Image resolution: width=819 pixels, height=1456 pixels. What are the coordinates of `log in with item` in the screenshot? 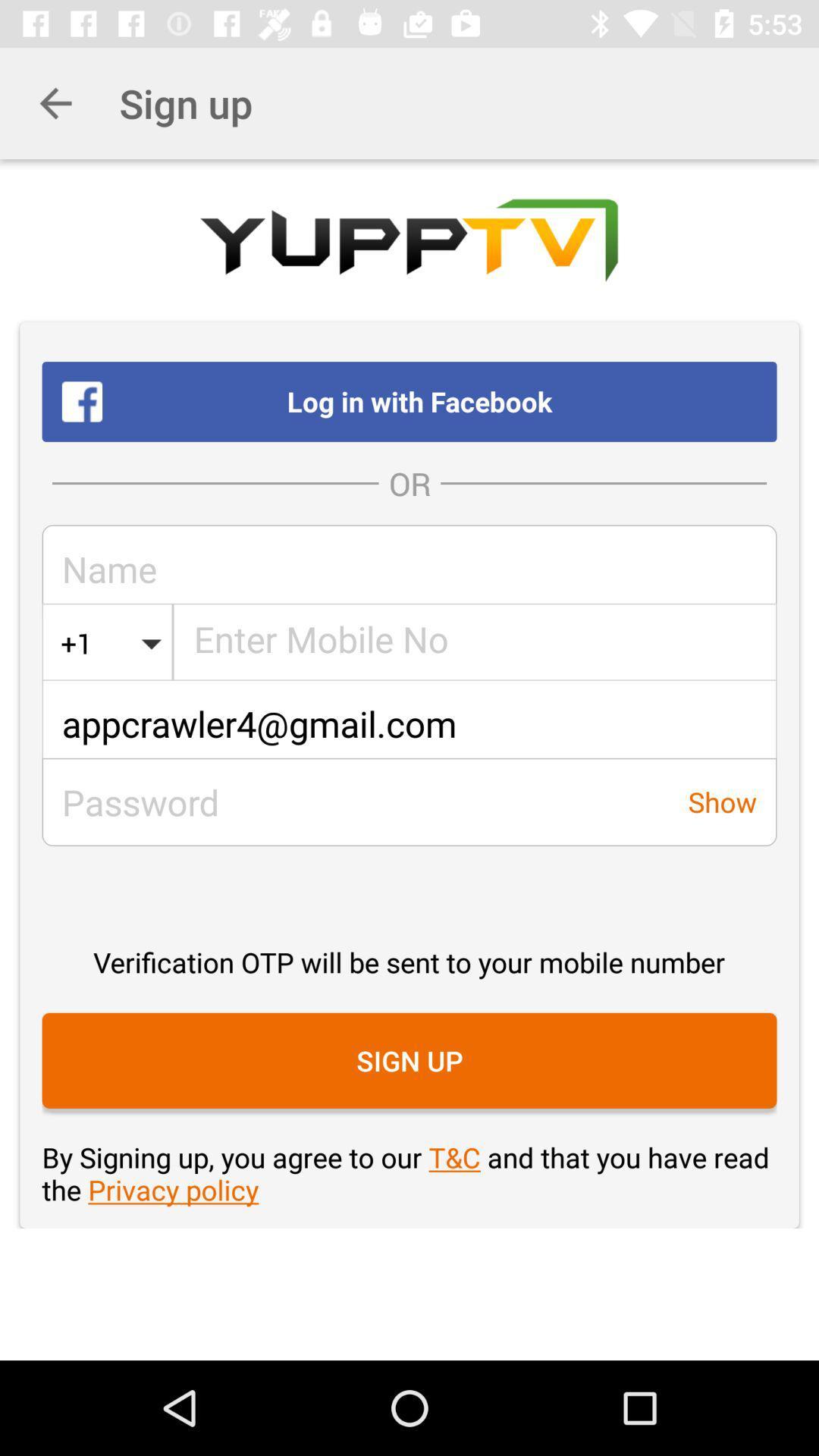 It's located at (409, 401).